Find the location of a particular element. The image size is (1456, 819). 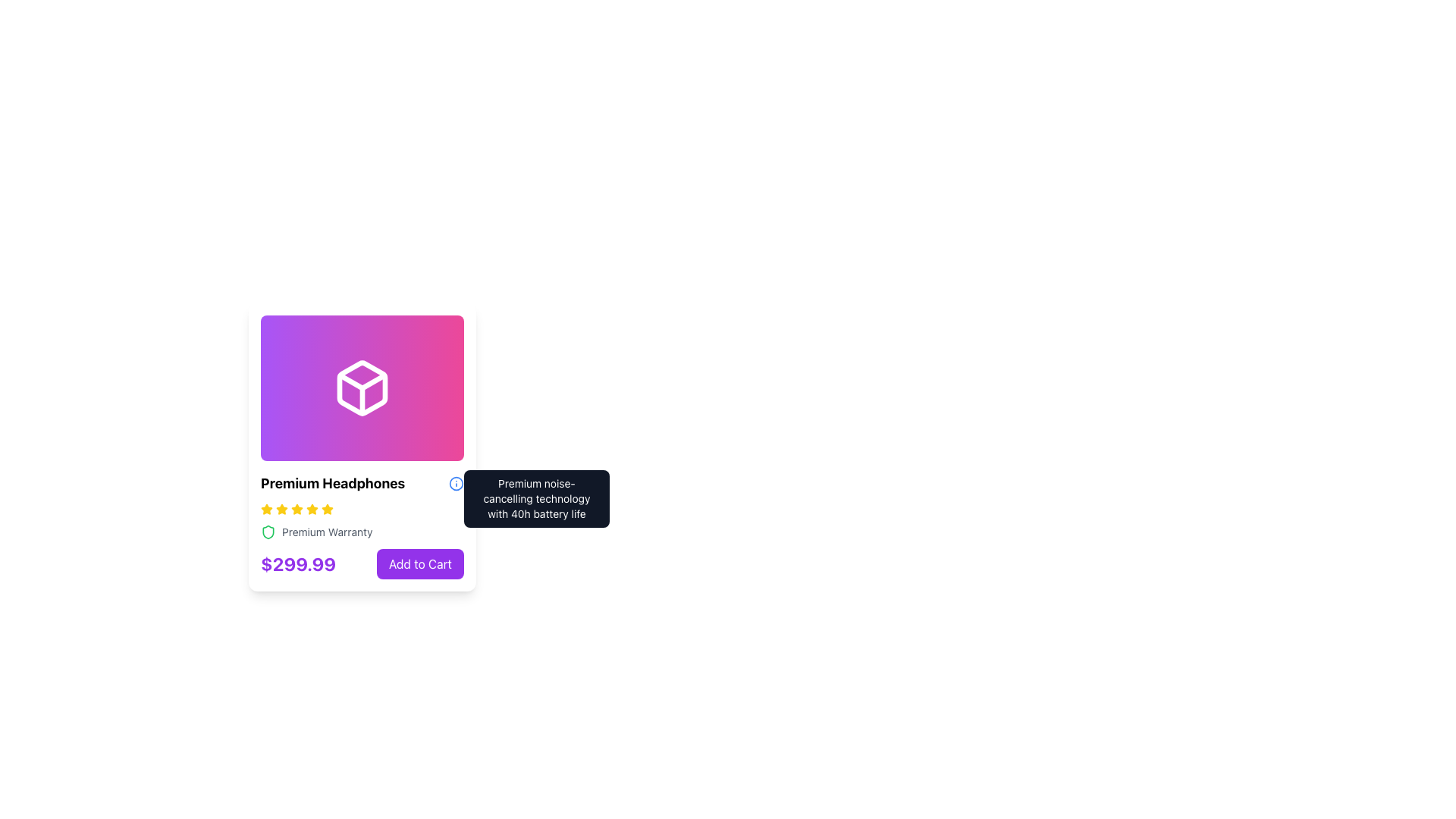

the informational icon located to the immediate right of the 'Premium Headphones' label is located at coordinates (455, 483).